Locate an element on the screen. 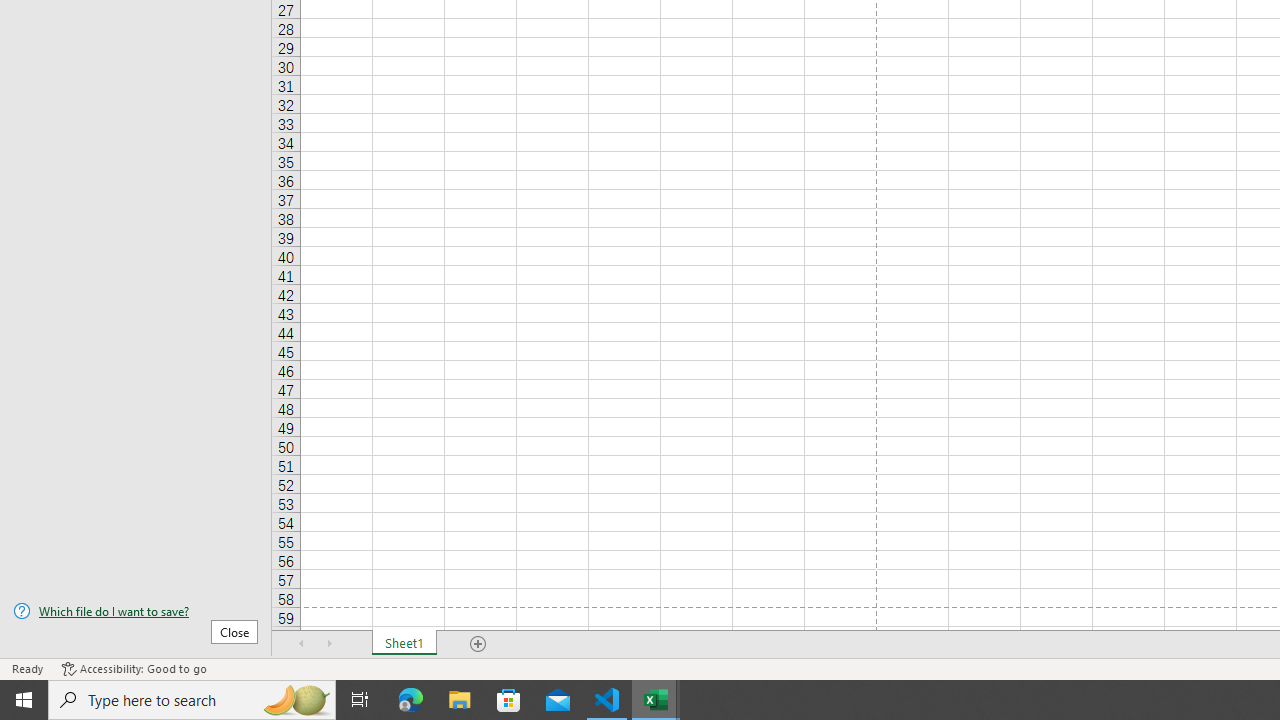 This screenshot has width=1280, height=720. 'Scroll Right' is located at coordinates (330, 644).